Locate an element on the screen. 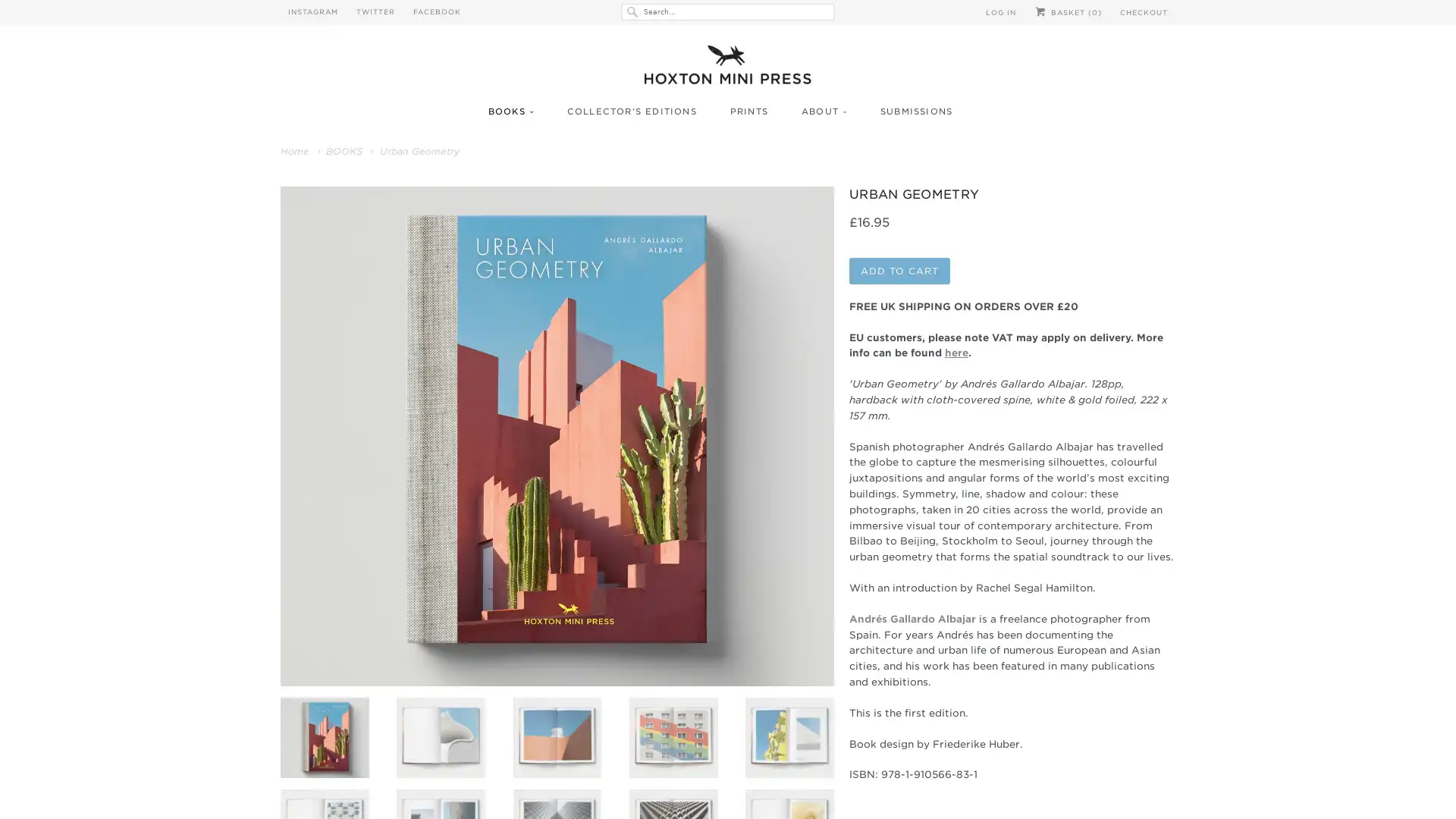 This screenshot has width=1456, height=819. ADD TO CART is located at coordinates (899, 289).